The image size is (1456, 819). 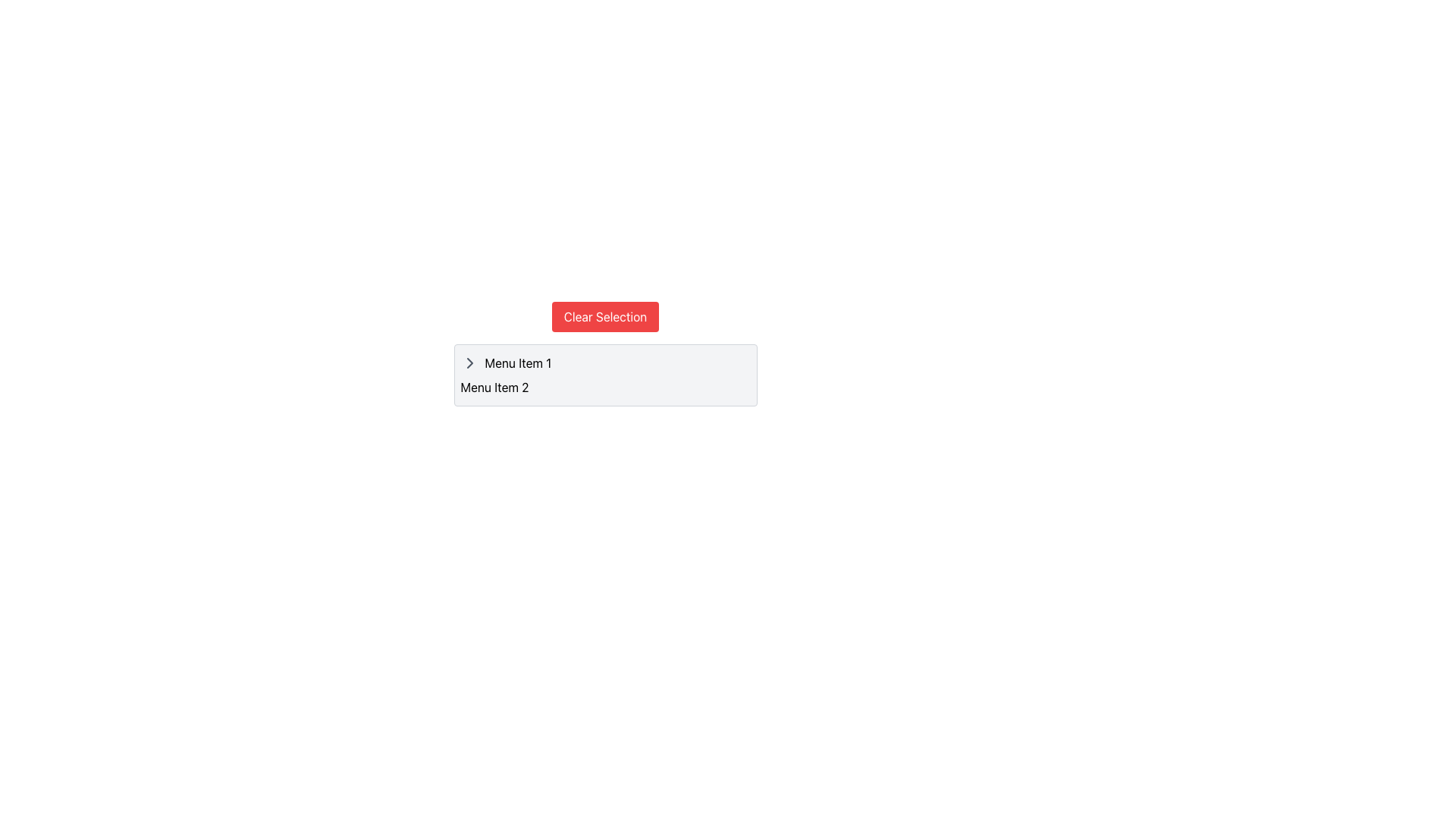 What do you see at coordinates (604, 353) in the screenshot?
I see `the items in the dropdown menu` at bounding box center [604, 353].